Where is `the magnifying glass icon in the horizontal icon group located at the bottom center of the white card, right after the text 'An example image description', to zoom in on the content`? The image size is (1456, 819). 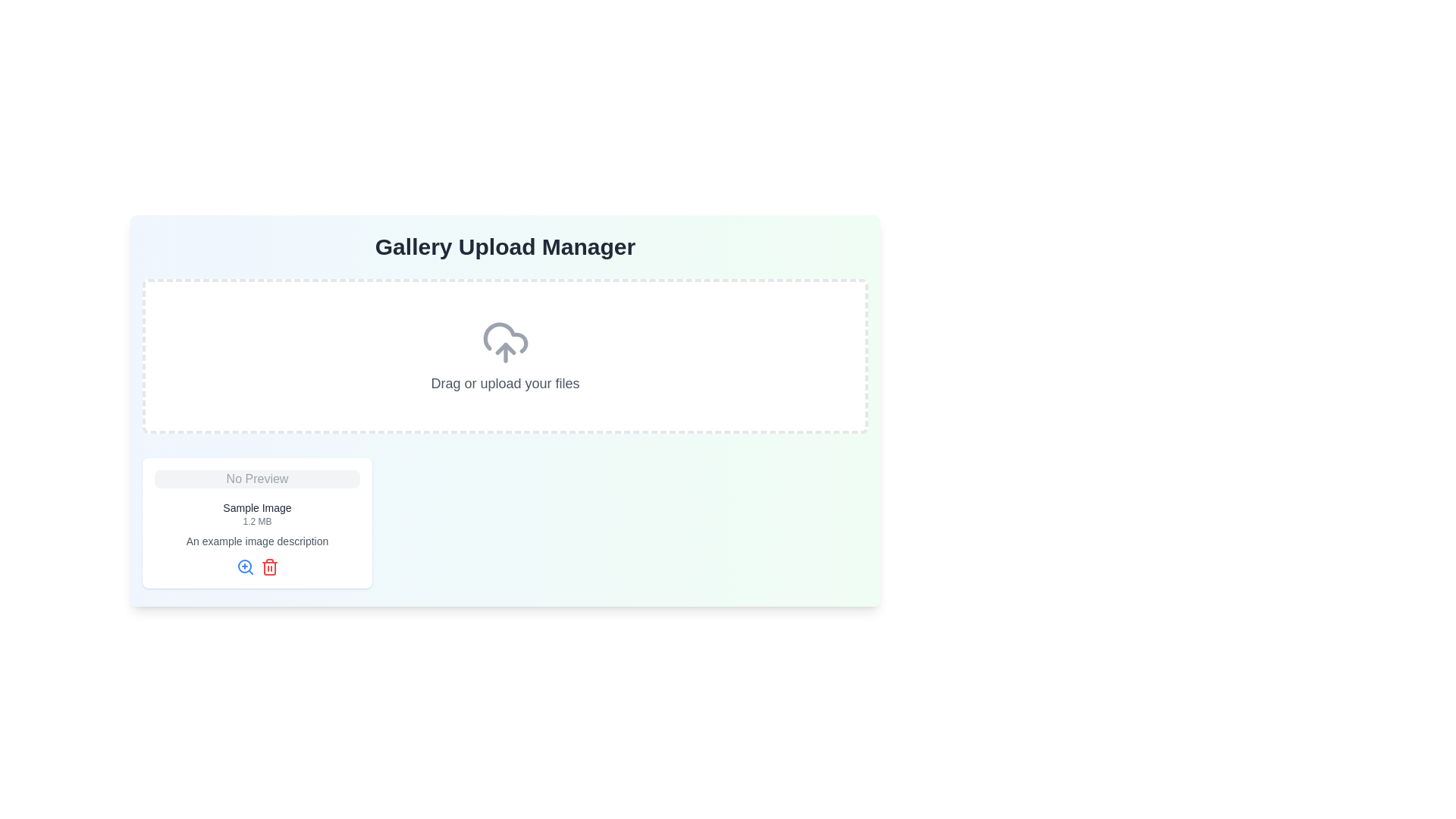
the magnifying glass icon in the horizontal icon group located at the bottom center of the white card, right after the text 'An example image description', to zoom in on the content is located at coordinates (257, 567).